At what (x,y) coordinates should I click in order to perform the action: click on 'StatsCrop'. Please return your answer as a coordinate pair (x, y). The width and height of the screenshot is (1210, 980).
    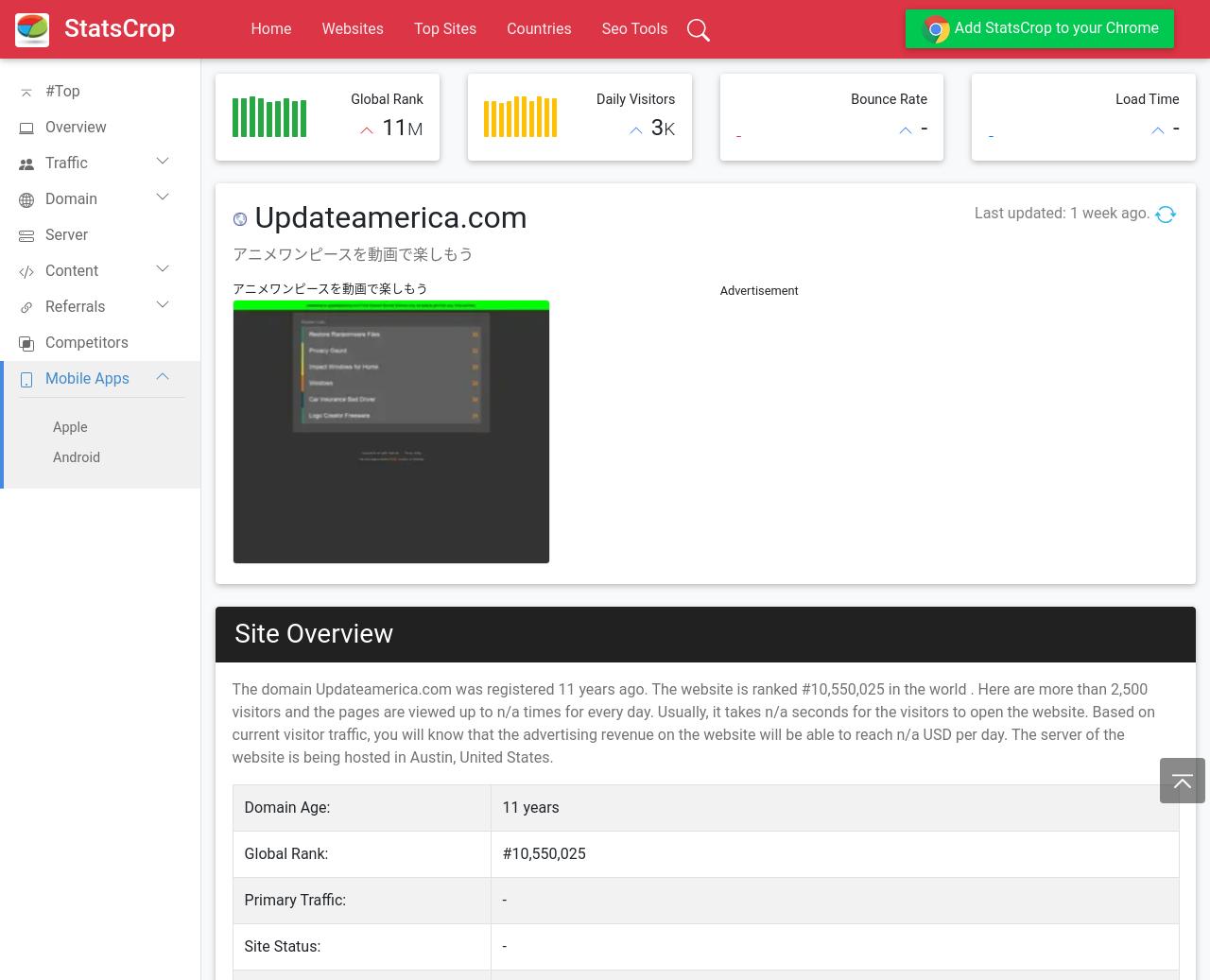
    Looking at the image, I should click on (118, 26).